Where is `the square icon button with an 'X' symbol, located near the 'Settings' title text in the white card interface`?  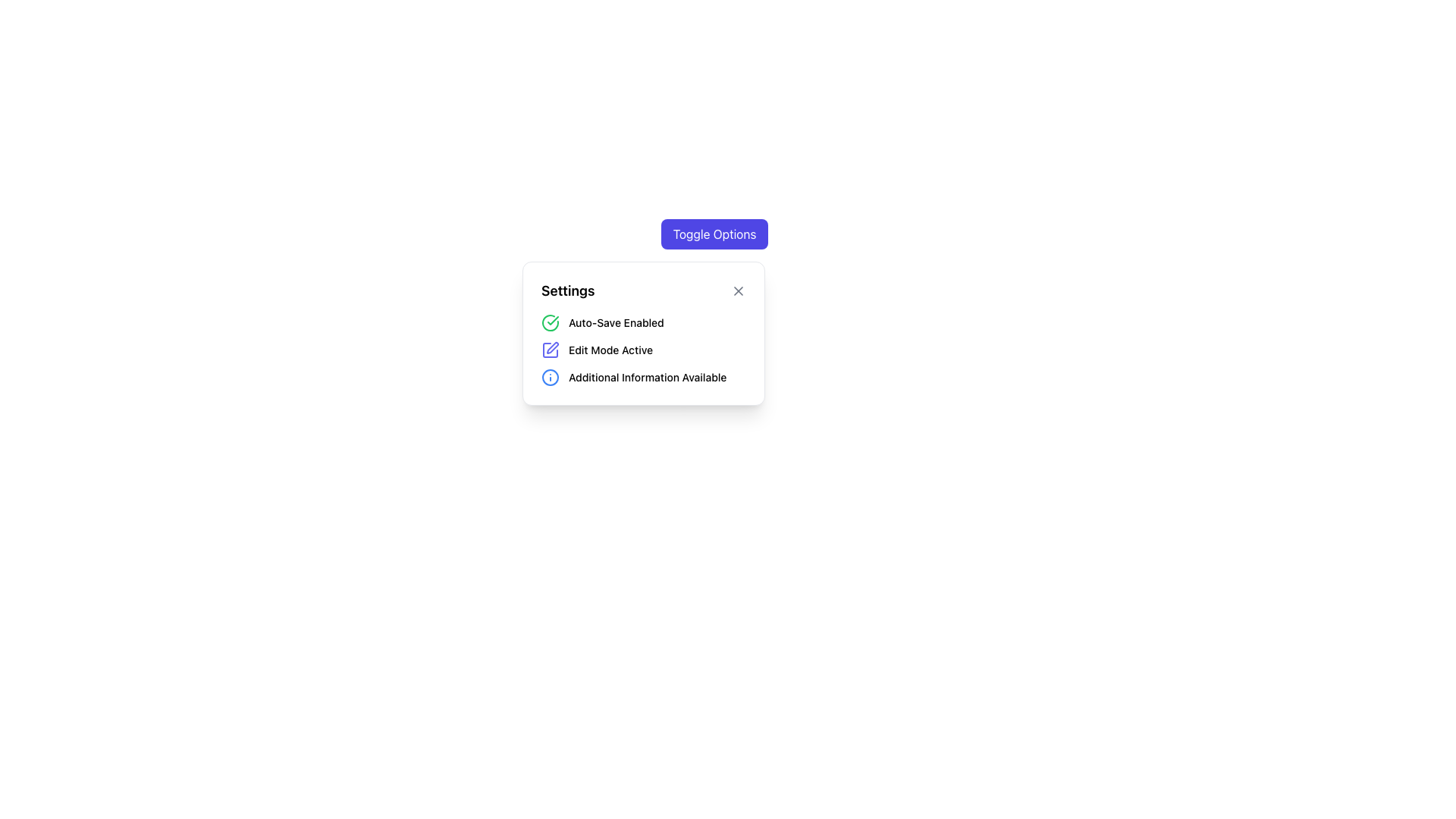
the square icon button with an 'X' symbol, located near the 'Settings' title text in the white card interface is located at coordinates (739, 291).